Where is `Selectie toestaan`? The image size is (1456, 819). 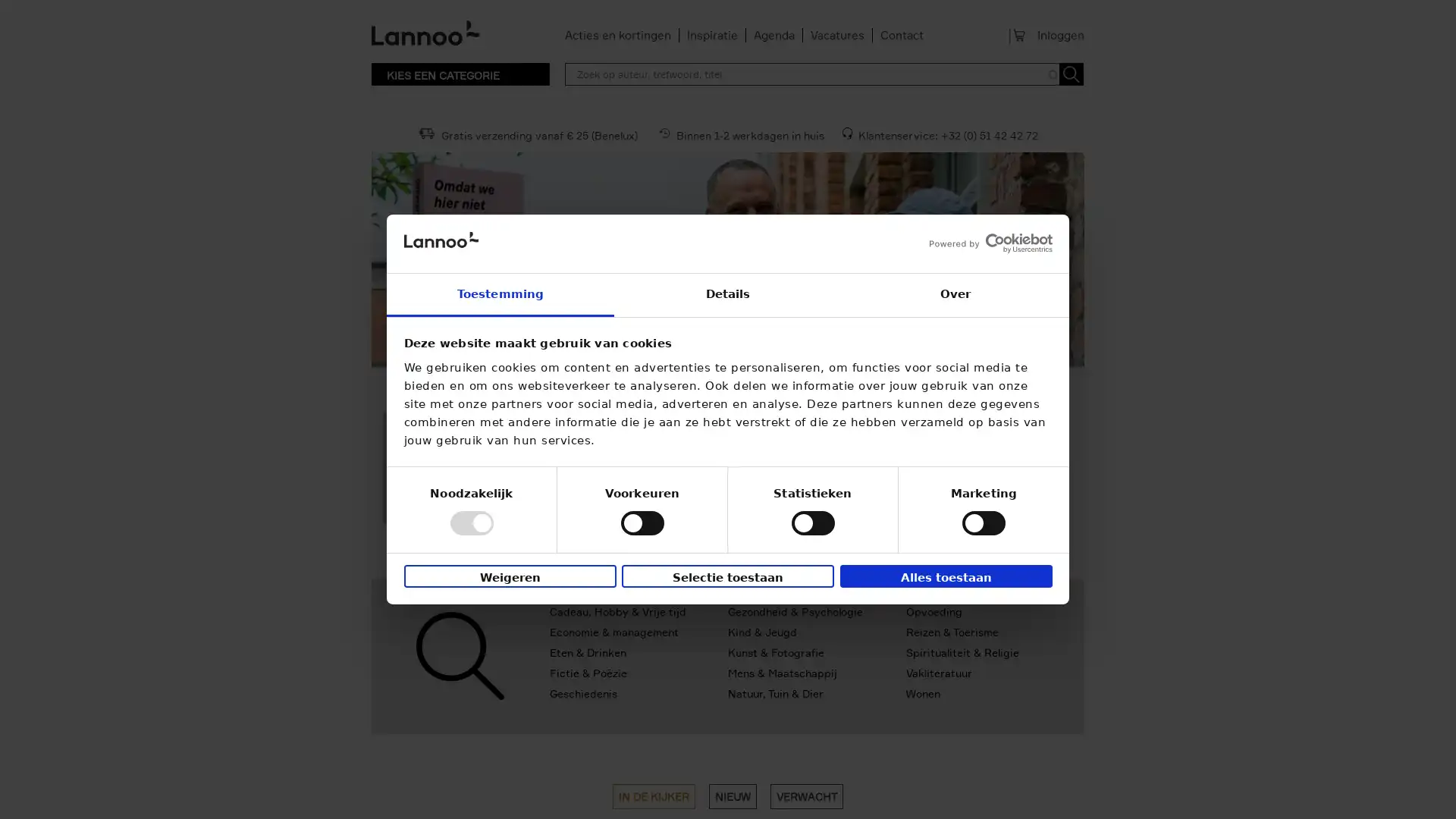
Selectie toestaan is located at coordinates (728, 576).